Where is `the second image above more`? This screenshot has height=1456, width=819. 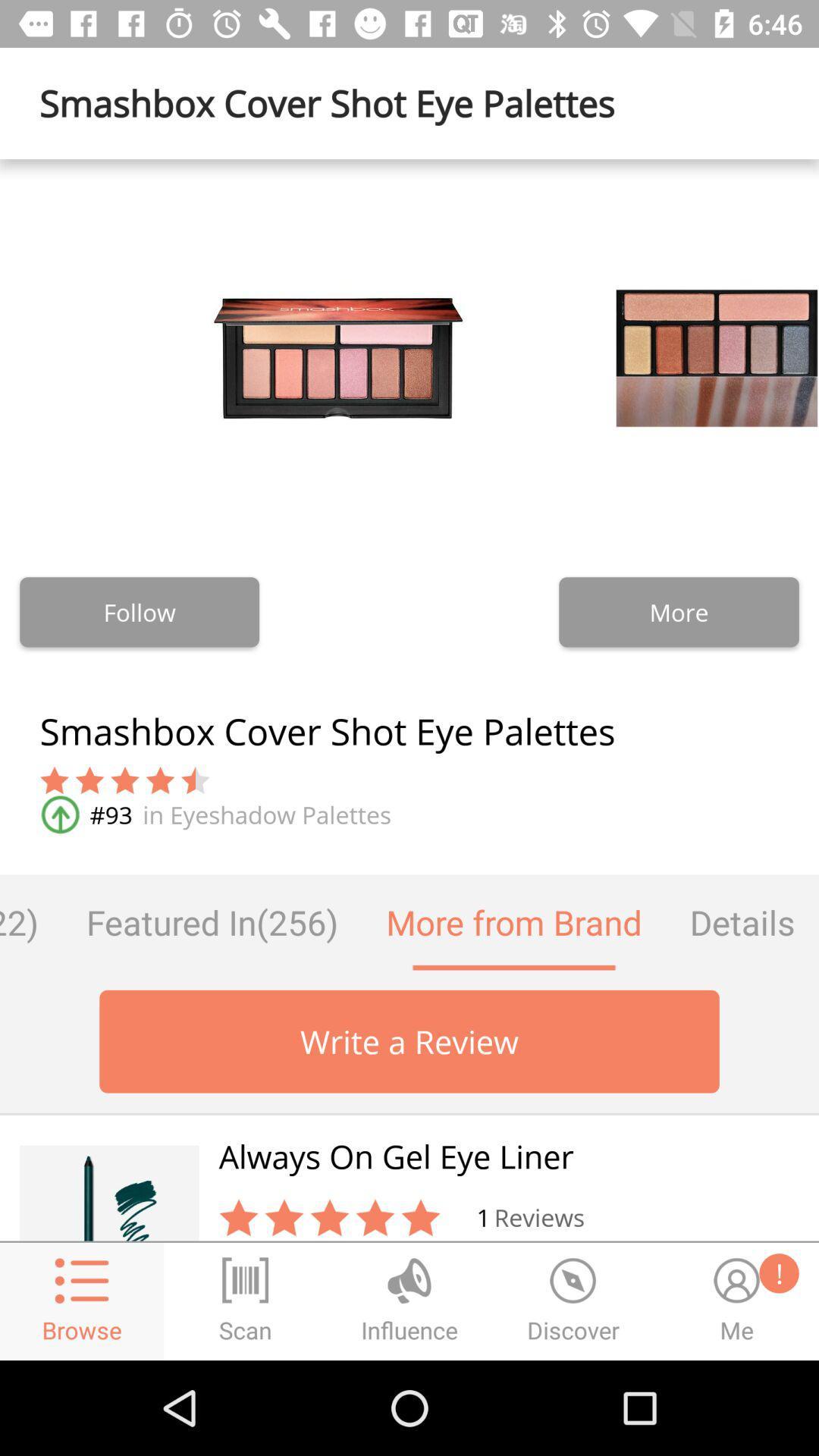 the second image above more is located at coordinates (677, 357).